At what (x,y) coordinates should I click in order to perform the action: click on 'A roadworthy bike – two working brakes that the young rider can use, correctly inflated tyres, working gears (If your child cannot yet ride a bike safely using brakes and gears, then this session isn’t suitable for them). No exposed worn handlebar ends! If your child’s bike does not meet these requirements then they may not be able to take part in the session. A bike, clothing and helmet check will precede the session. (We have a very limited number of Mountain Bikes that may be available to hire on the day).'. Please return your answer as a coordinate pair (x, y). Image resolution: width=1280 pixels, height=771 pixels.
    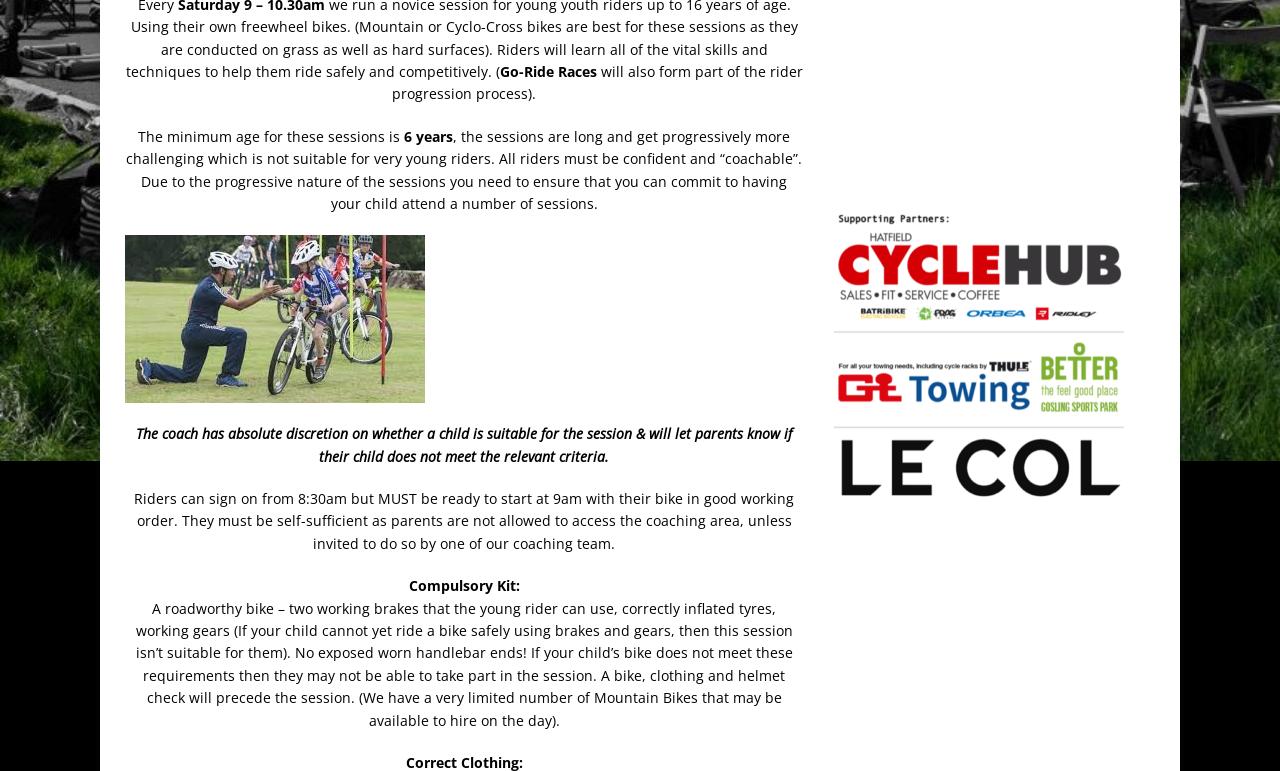
    Looking at the image, I should click on (462, 663).